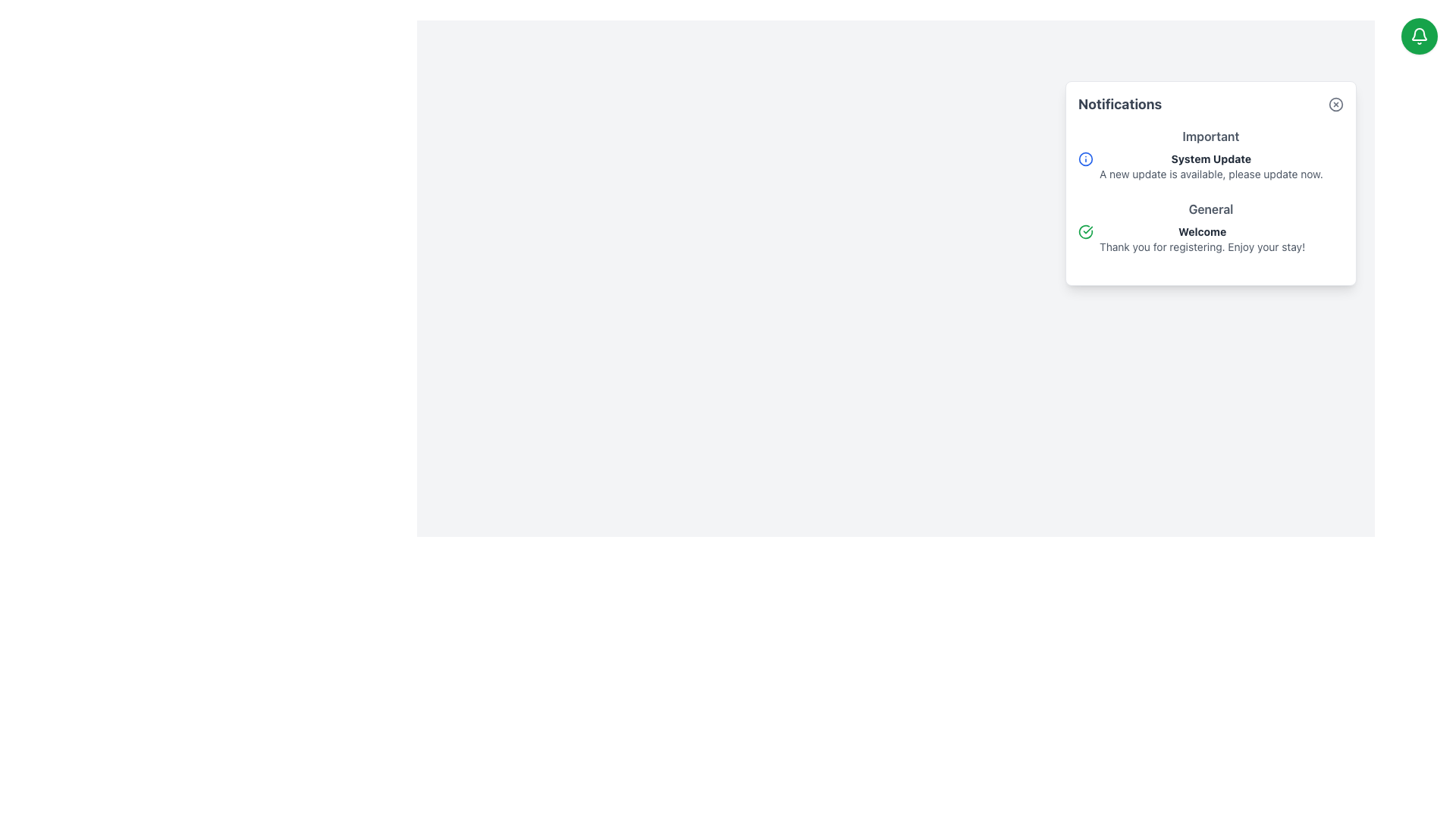  What do you see at coordinates (1201, 231) in the screenshot?
I see `the 'Welcome' text label located in the 'General' section of the notification card, which is styled in bold, small dark gray font and positioned above the phrase 'Thank you for registering.'` at bounding box center [1201, 231].